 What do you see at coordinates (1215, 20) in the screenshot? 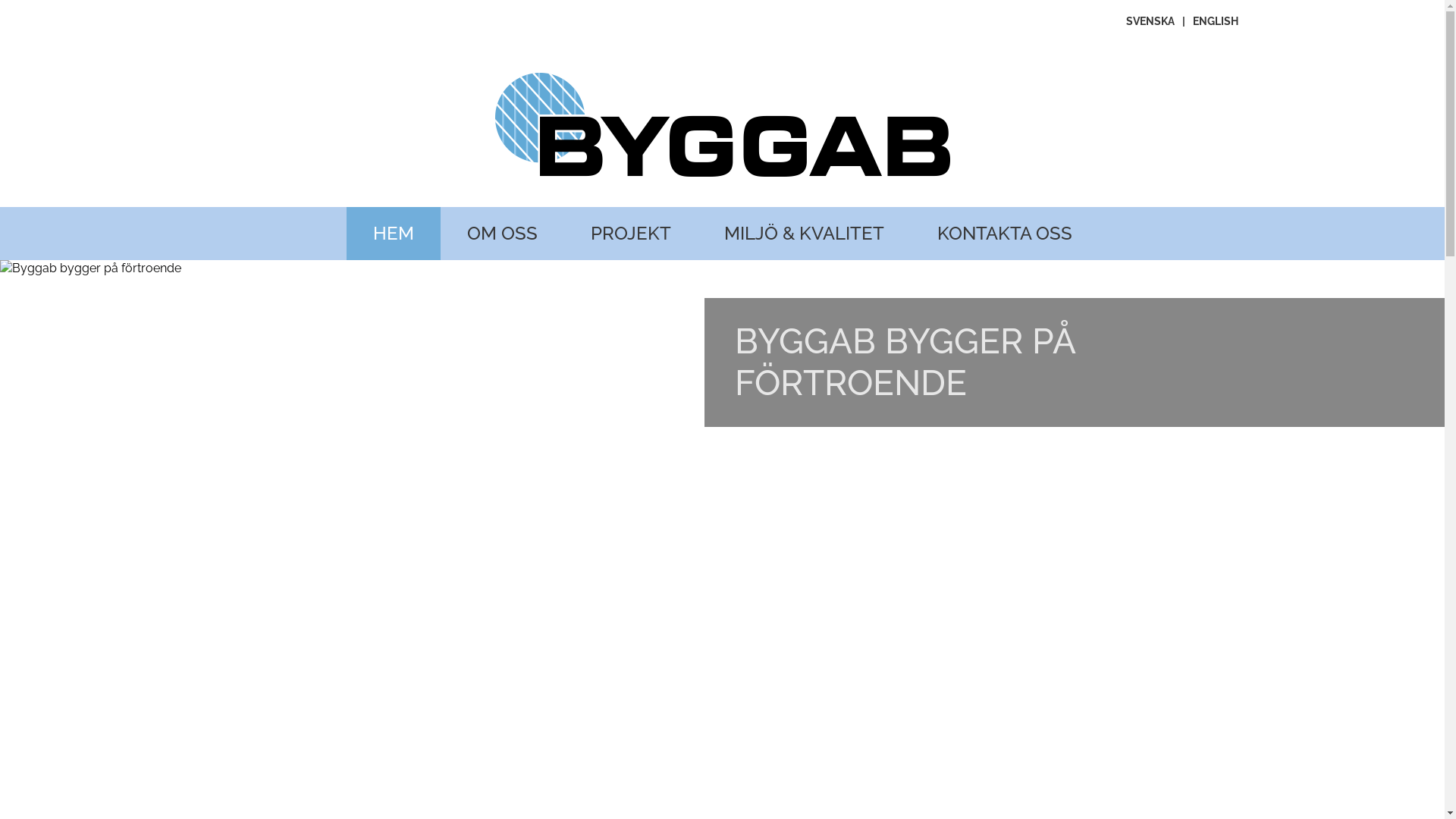
I see `'ENGLISH'` at bounding box center [1215, 20].